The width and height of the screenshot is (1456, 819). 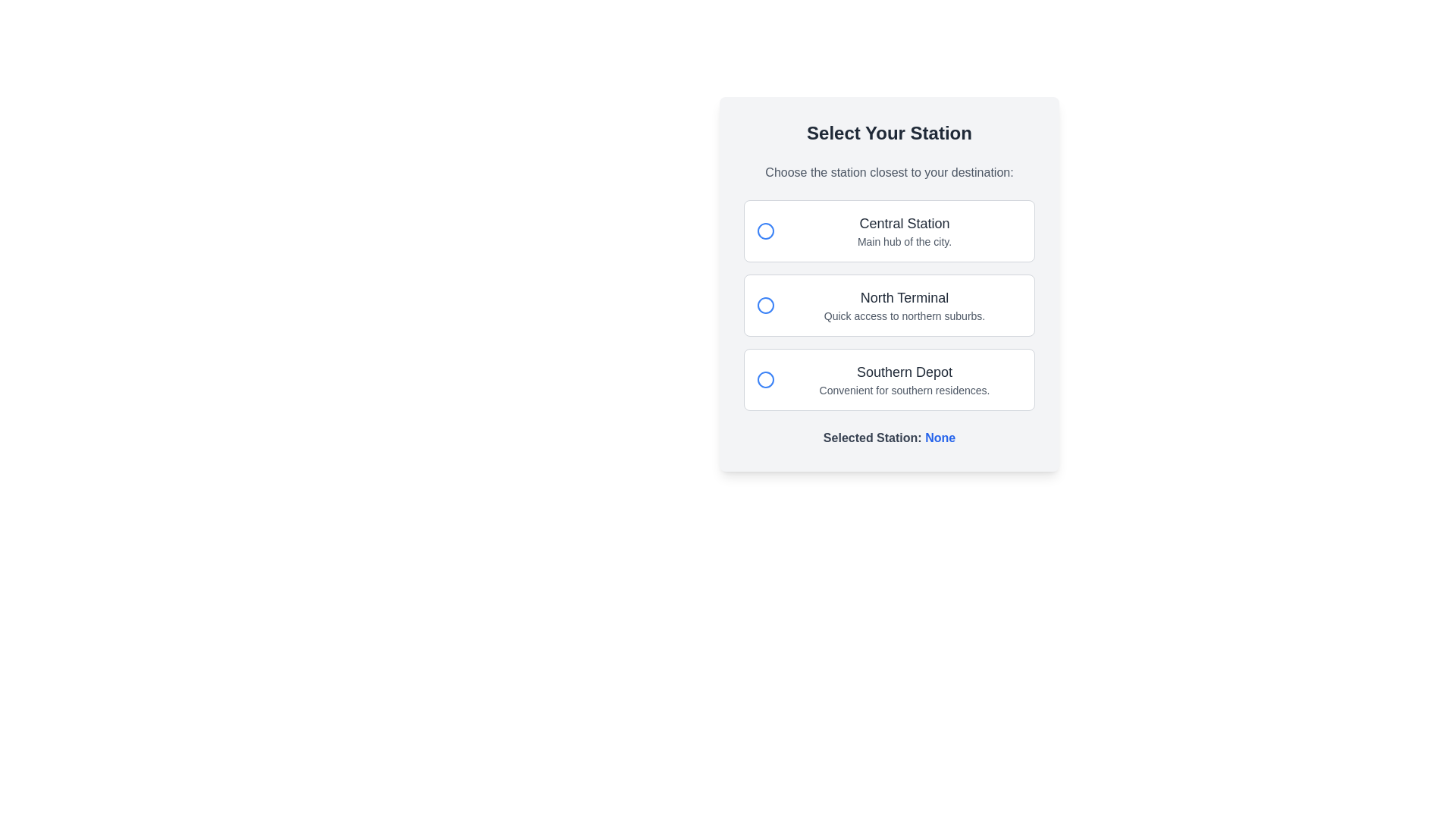 I want to click on the radio button styled with a blue outline and inner white fill, located to the left of the 'Central Station' text, so click(x=765, y=231).